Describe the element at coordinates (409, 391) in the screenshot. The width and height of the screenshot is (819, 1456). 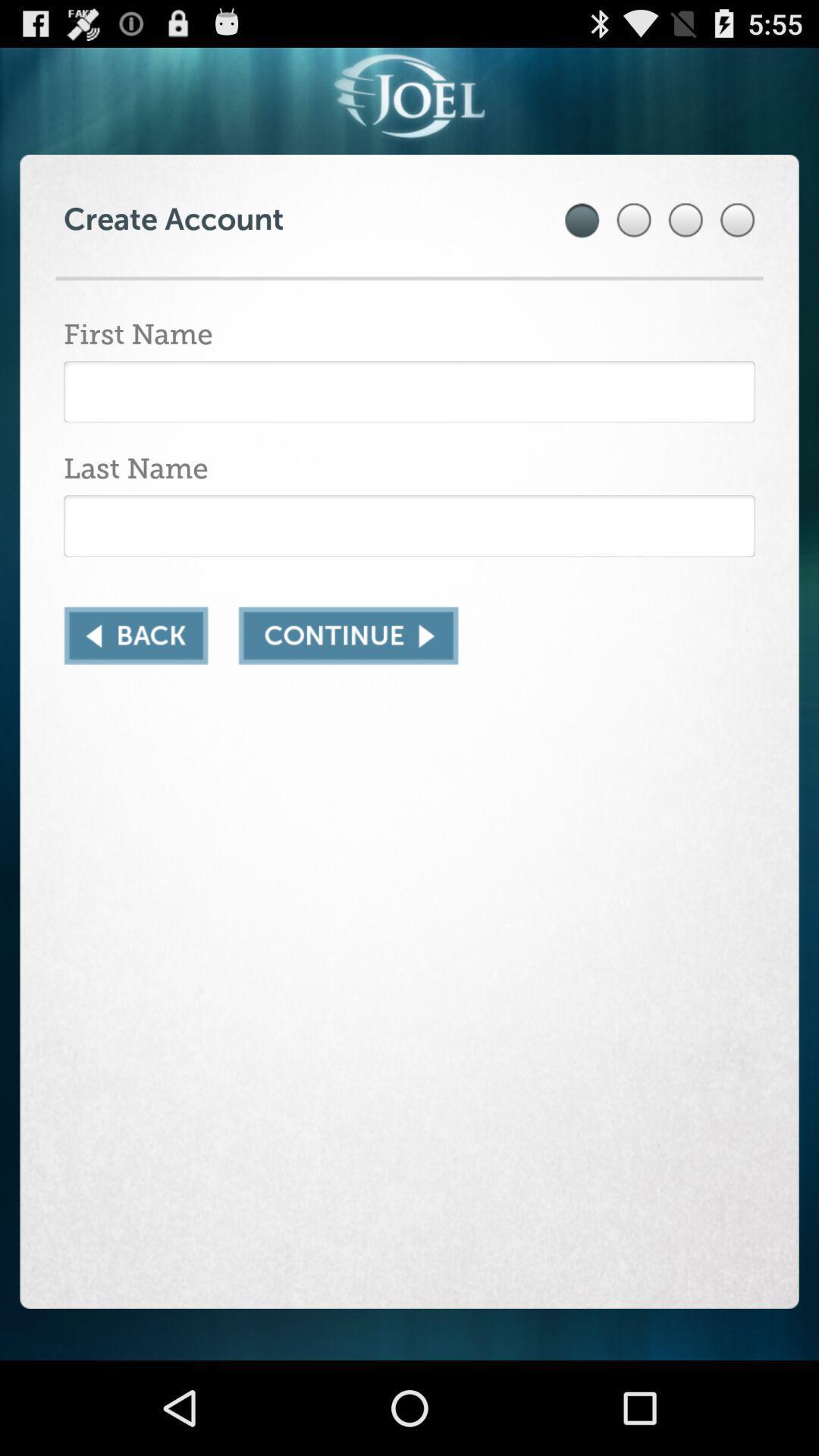
I see `text` at that location.